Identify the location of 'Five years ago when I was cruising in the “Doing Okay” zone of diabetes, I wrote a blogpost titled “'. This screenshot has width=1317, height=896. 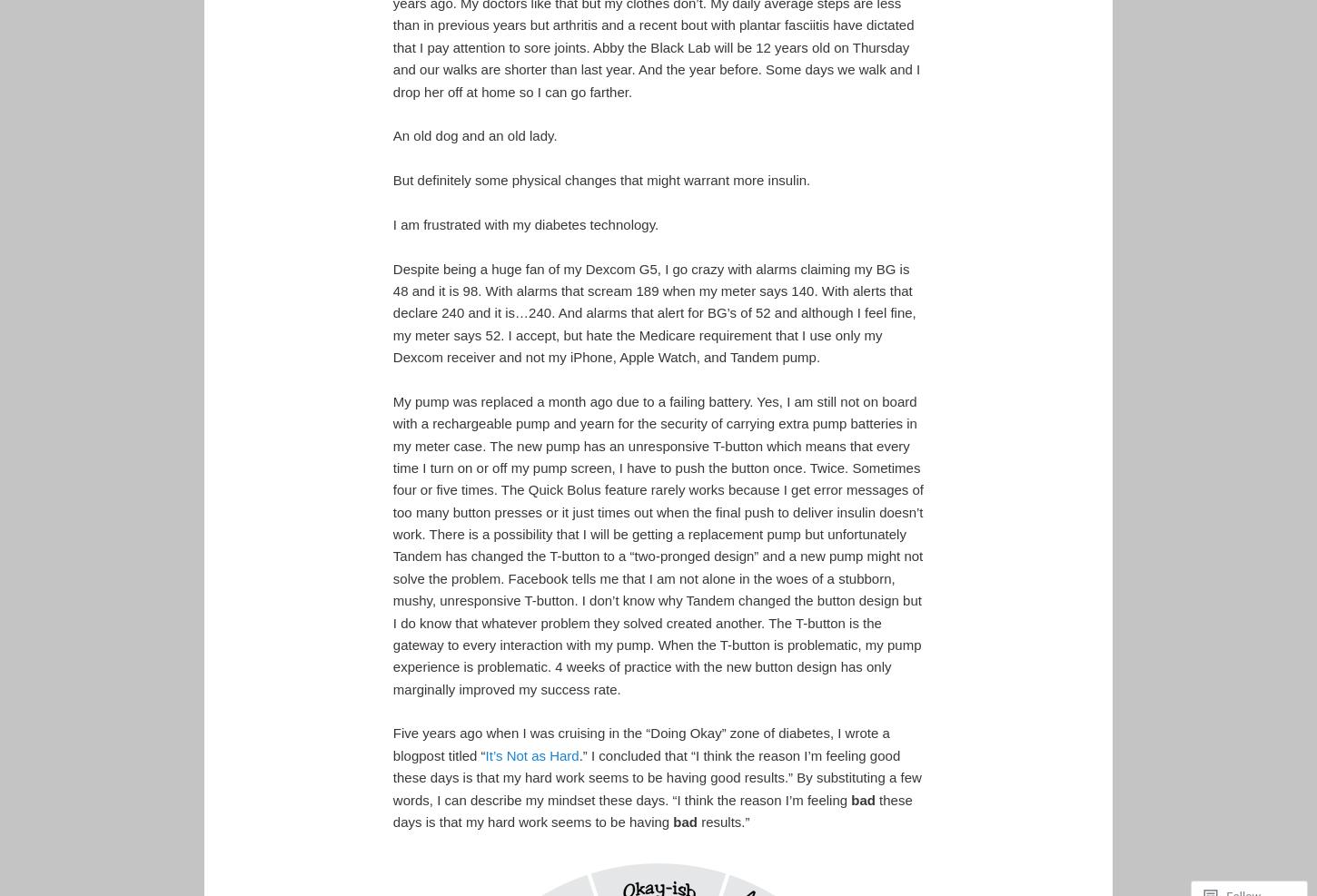
(639, 743).